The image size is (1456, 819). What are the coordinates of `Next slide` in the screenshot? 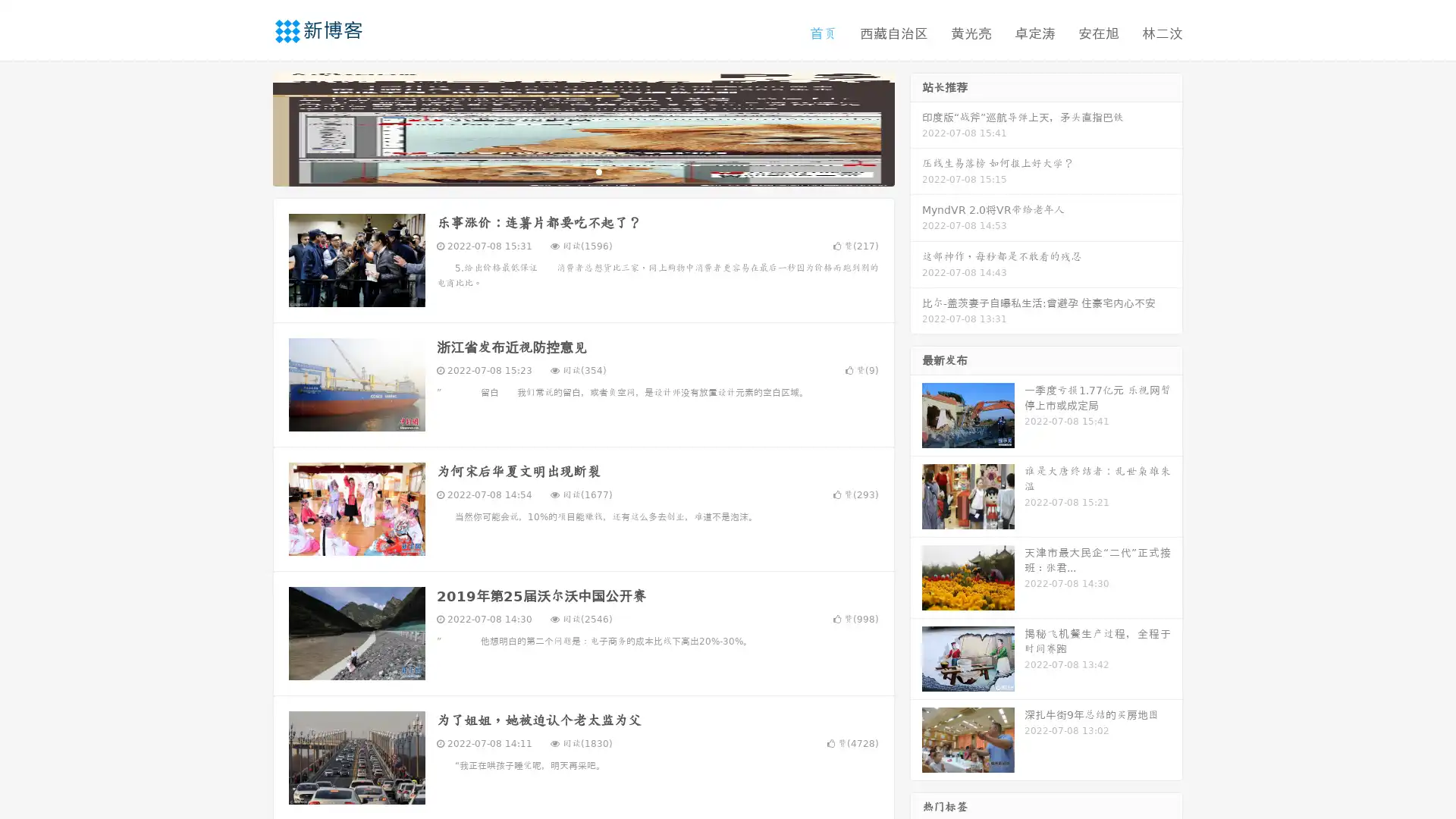 It's located at (916, 127).